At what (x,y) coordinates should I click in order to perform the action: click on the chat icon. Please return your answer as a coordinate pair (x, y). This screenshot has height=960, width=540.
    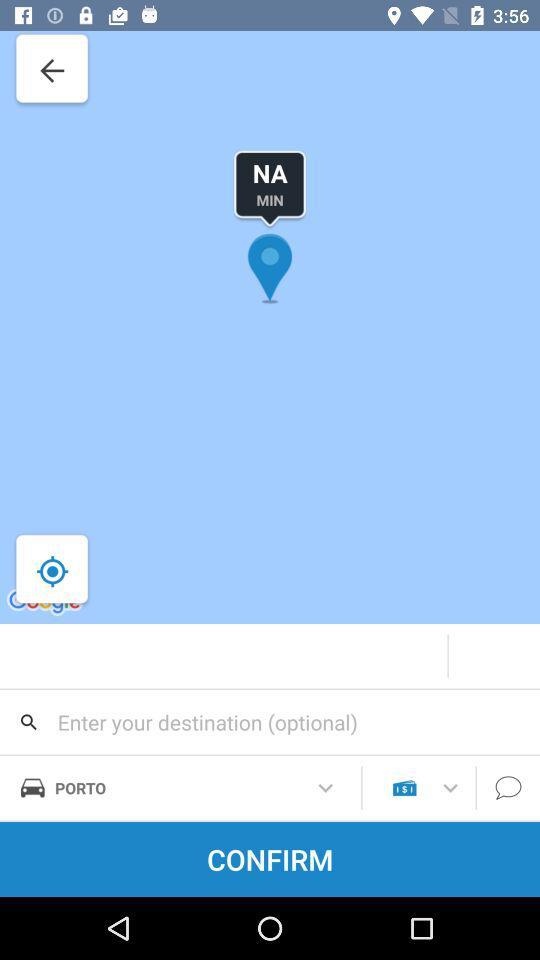
    Looking at the image, I should click on (508, 788).